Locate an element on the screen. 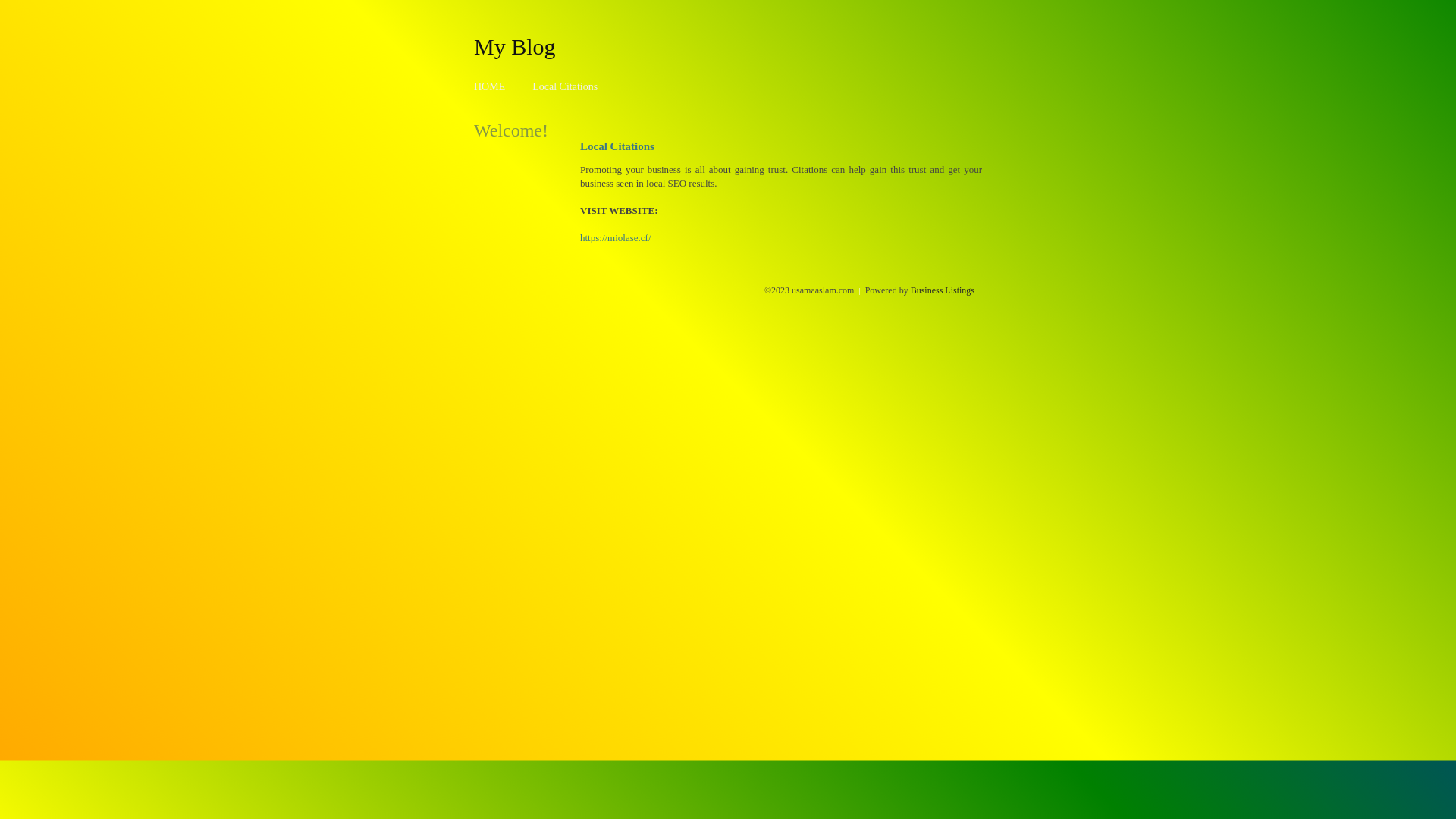 The image size is (1456, 819). 'https://miolase.cf/' is located at coordinates (615, 237).